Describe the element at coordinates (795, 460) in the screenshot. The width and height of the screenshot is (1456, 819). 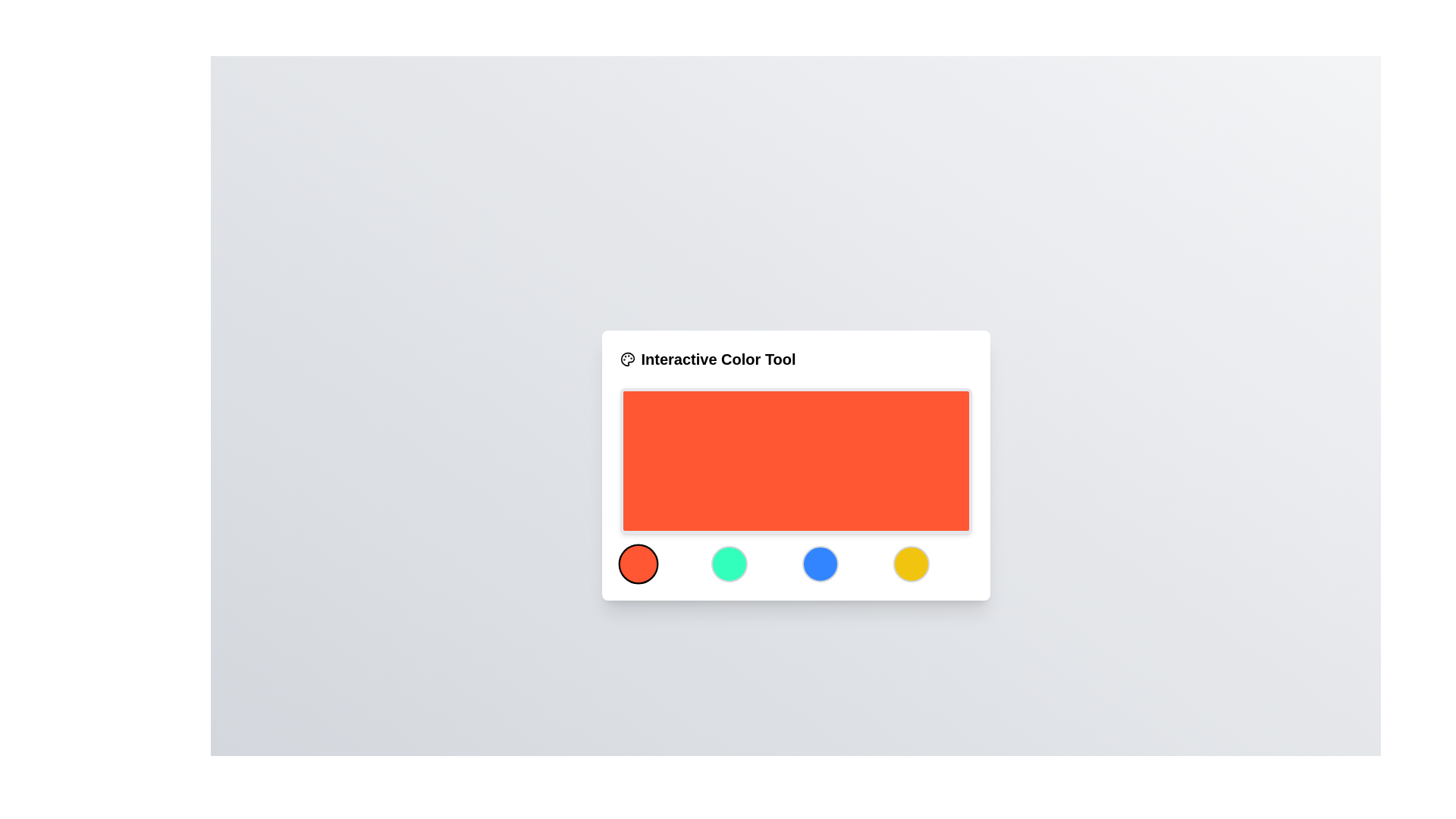
I see `the central rectangular visual display area of the 'Interactive Color Tool' that showcases the currently selected color, positioned between the title and the circular colored buttons below` at that location.